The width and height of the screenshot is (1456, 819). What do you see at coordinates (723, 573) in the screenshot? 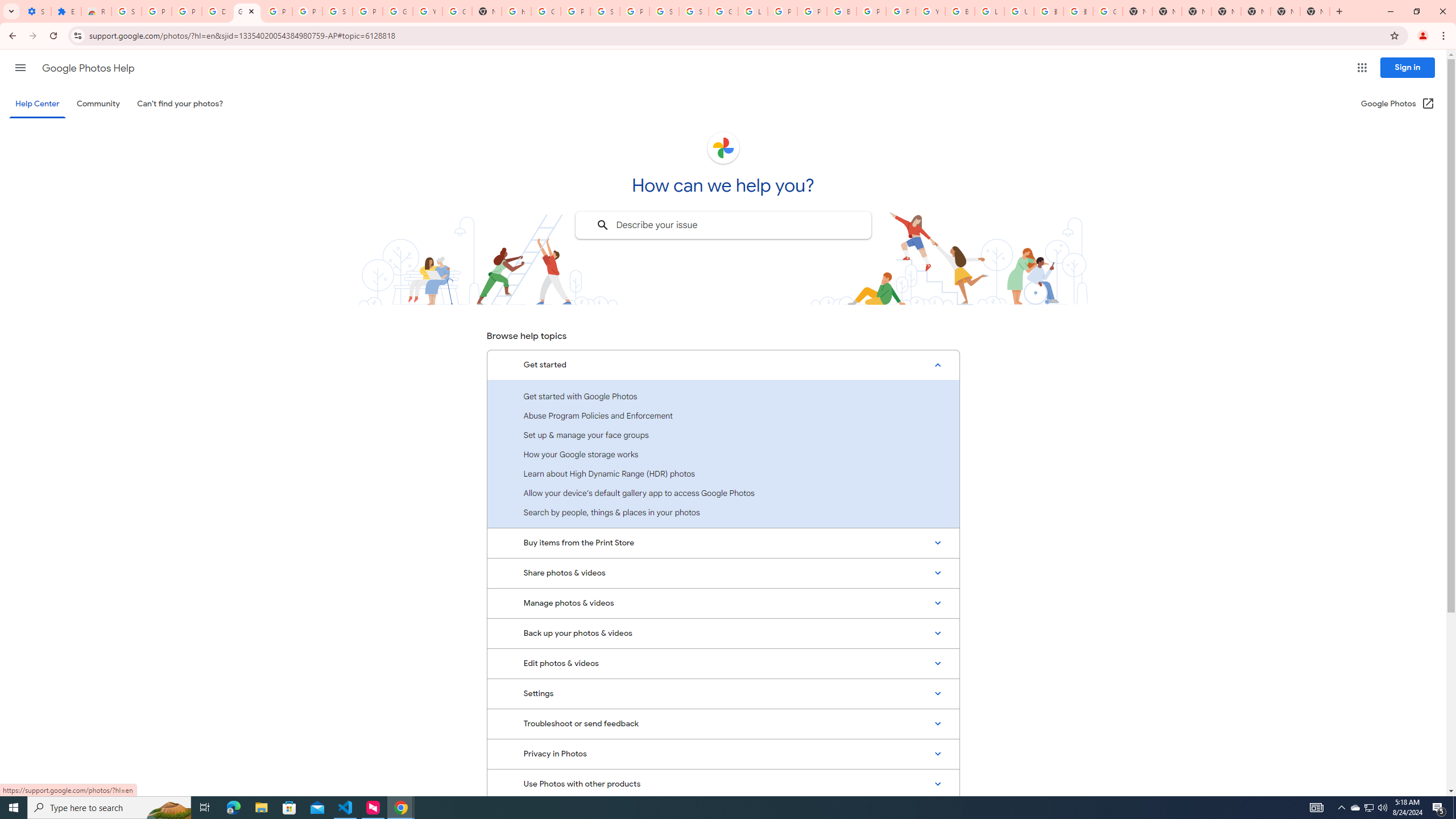
I see `'Share photos & videos'` at bounding box center [723, 573].